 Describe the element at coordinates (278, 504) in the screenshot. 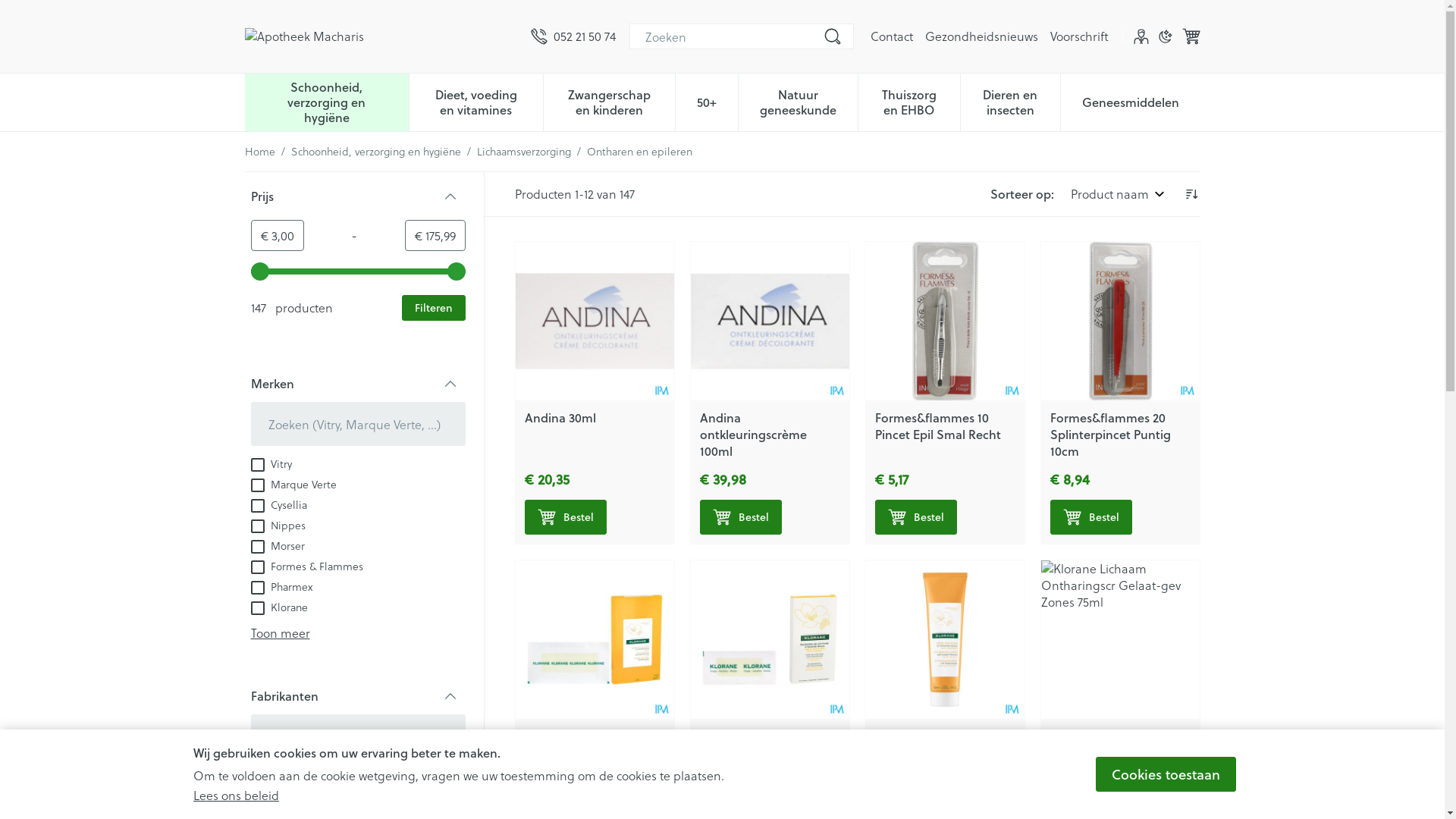

I see `'Cysellia'` at that location.